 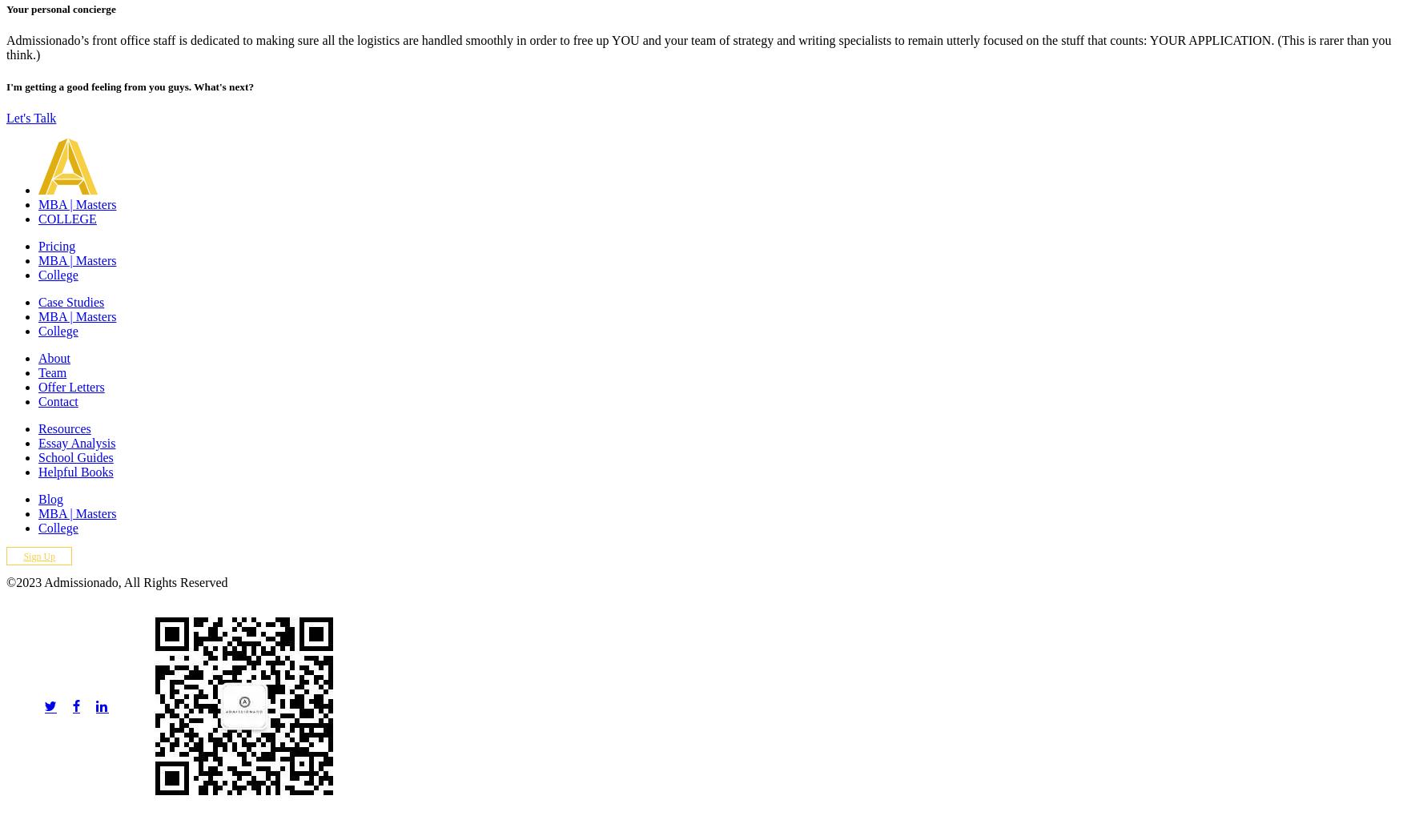 What do you see at coordinates (130, 85) in the screenshot?
I see `'I'm getting a good feeling from you guys. What's next?'` at bounding box center [130, 85].